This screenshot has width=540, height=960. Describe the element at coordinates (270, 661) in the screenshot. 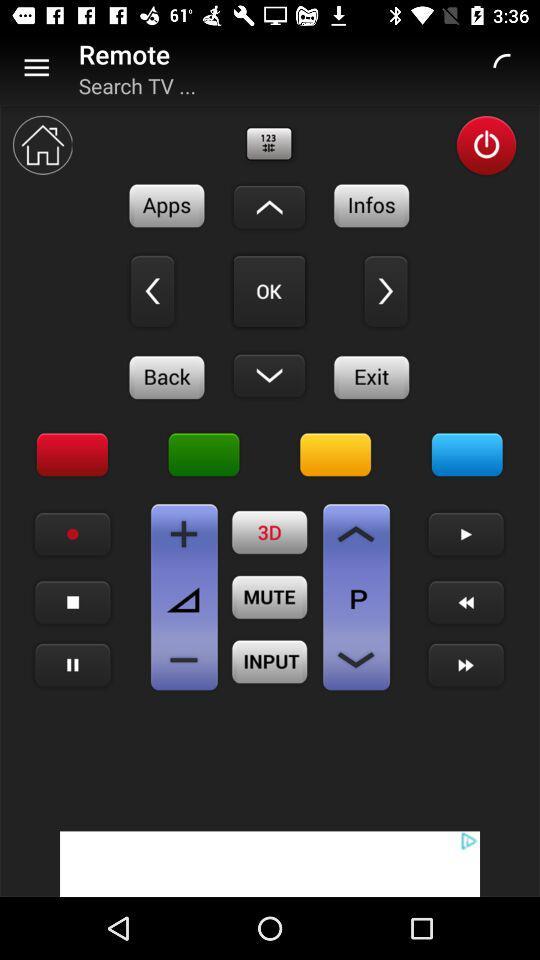

I see `switch input video` at that location.